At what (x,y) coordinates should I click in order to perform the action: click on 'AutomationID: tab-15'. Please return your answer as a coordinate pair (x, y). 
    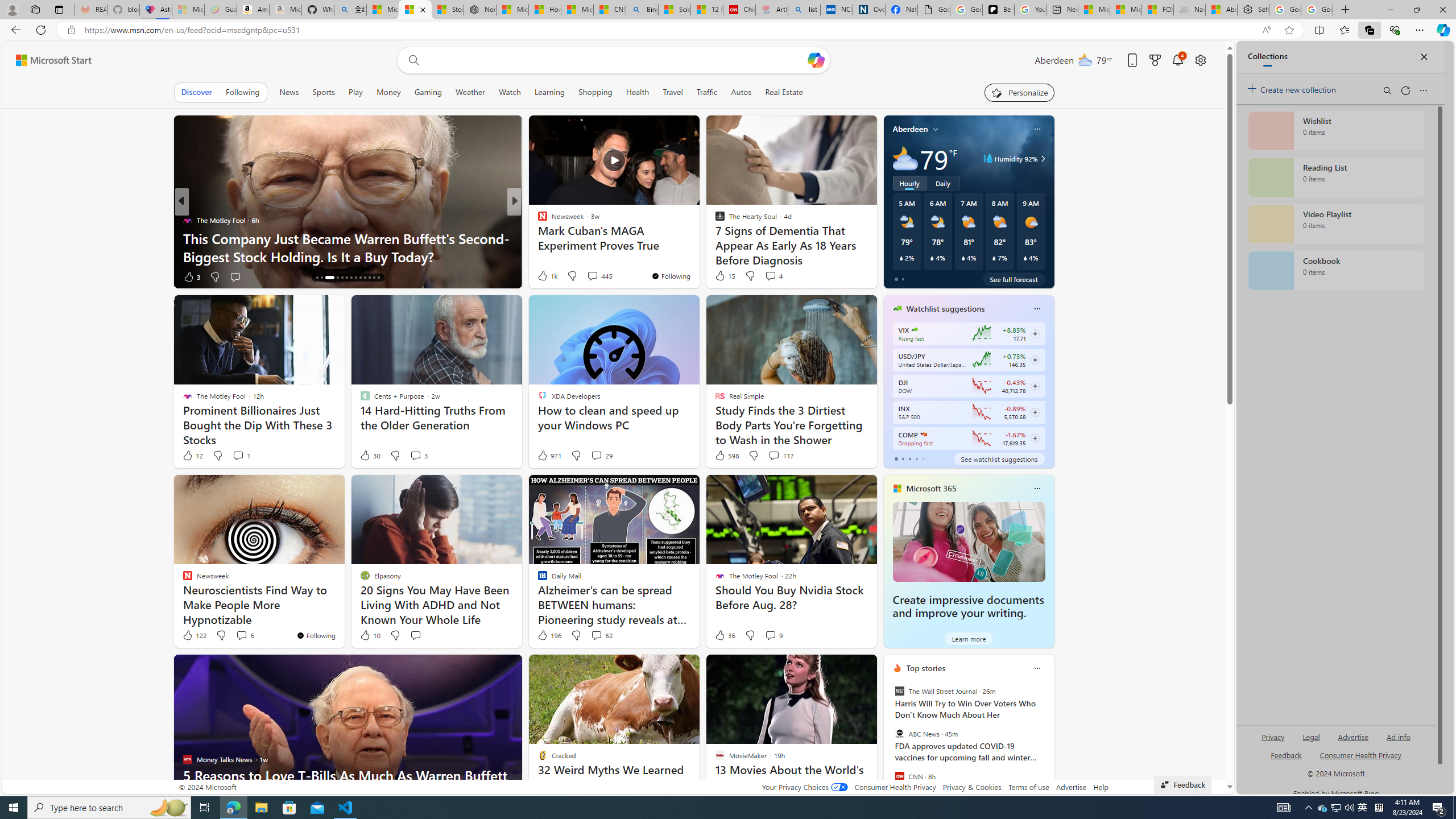
    Looking at the image, I should click on (321, 277).